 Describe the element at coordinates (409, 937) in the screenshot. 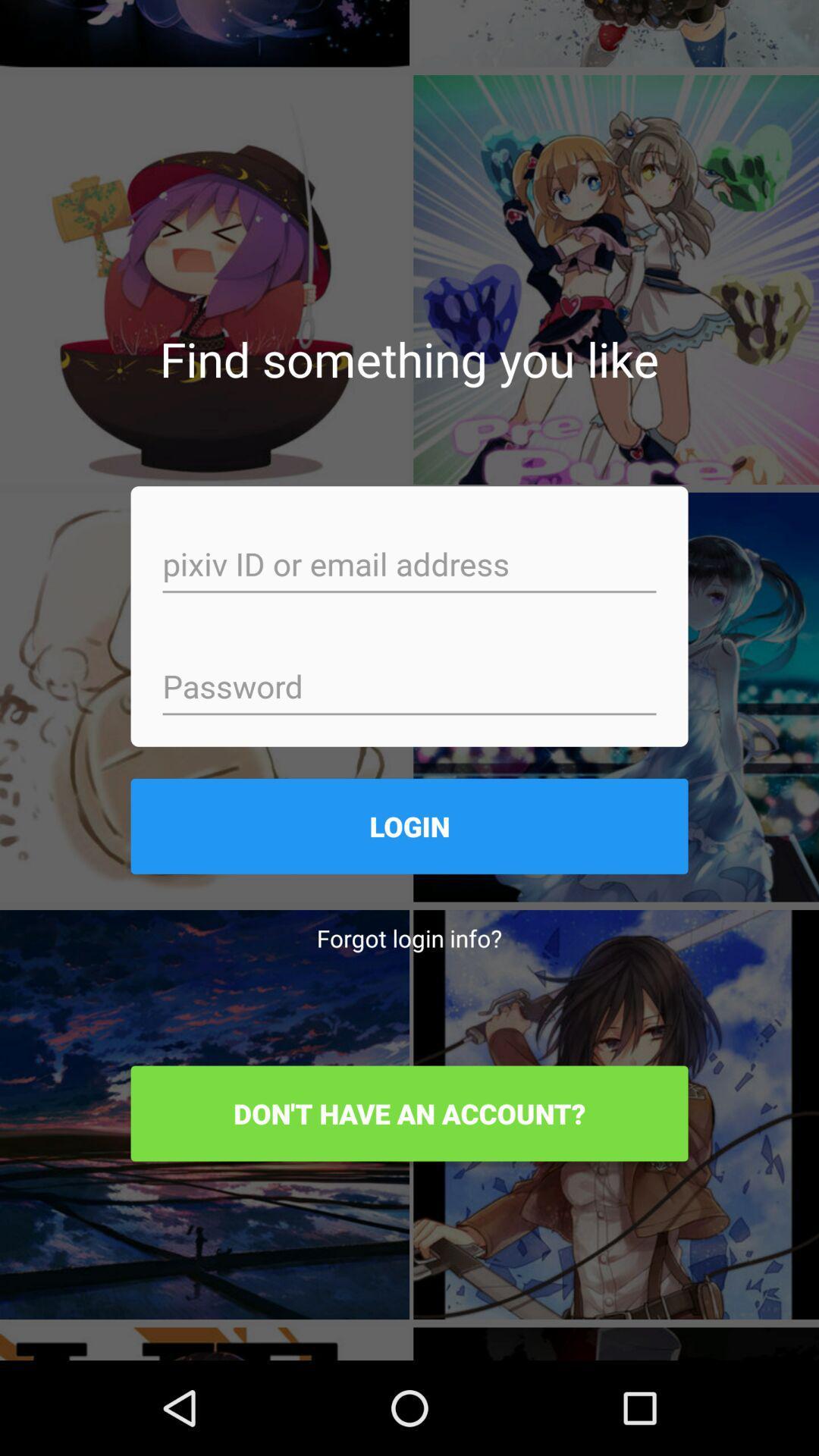

I see `the forgot login info? icon` at that location.